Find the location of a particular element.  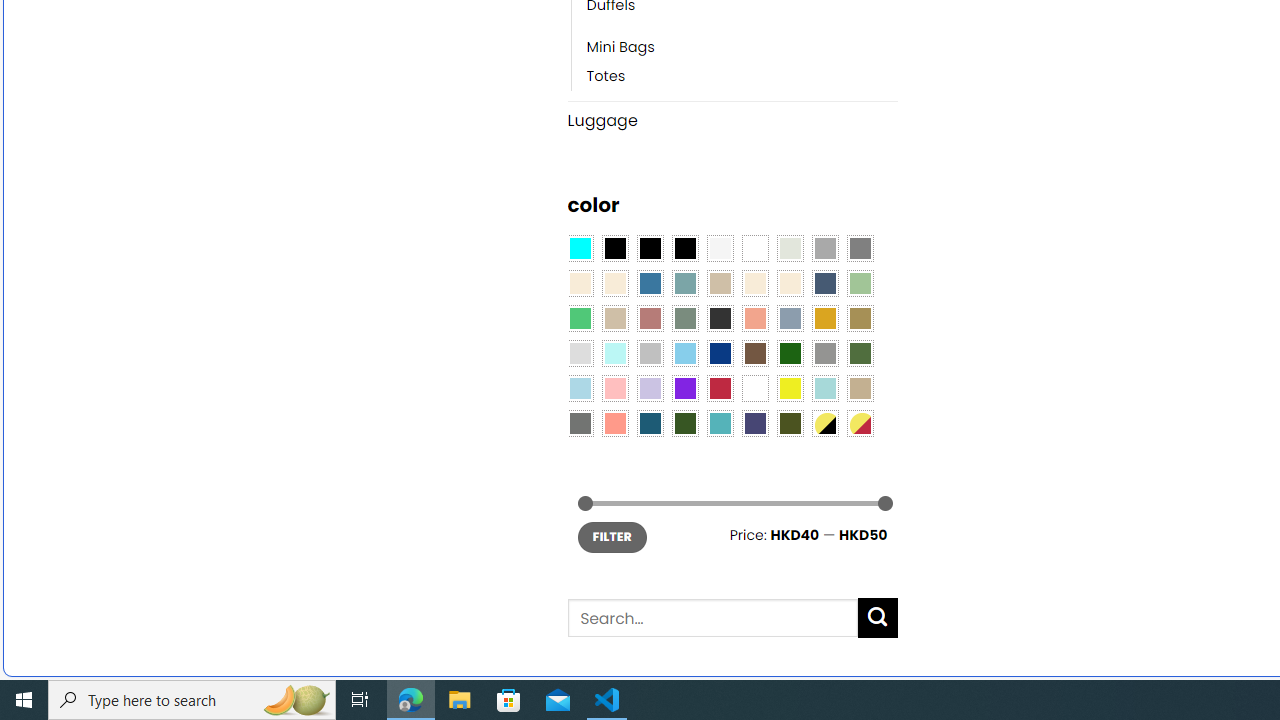

'Purple Navy' is located at coordinates (754, 423).